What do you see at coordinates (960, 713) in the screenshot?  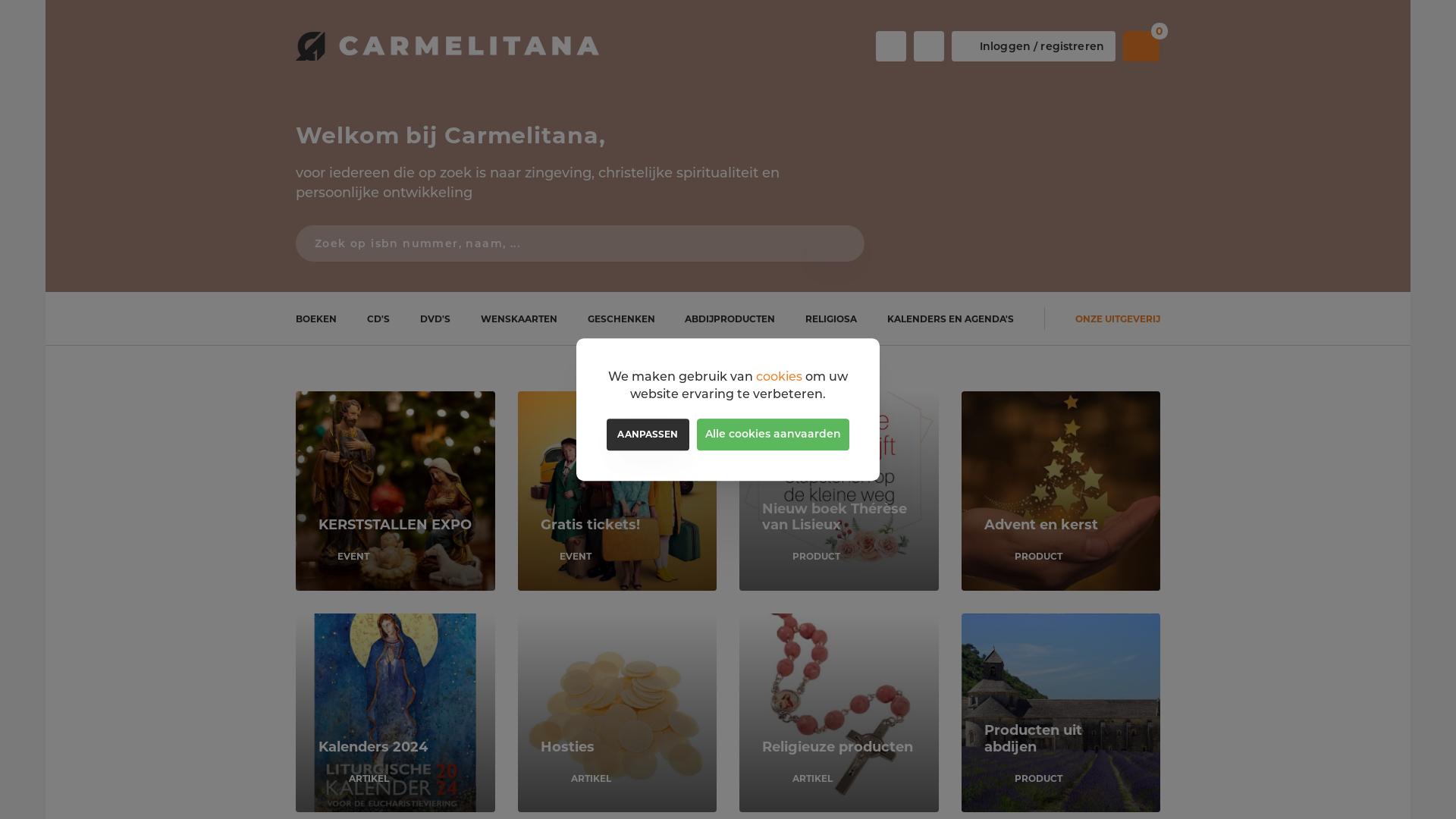 I see `'Producten uit abdijen` at bounding box center [960, 713].